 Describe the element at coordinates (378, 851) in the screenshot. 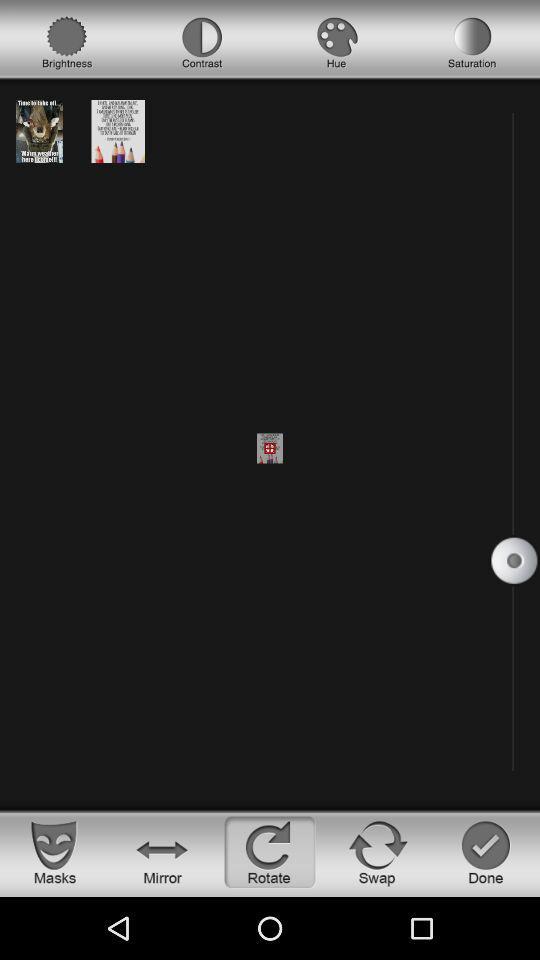

I see `swap the image` at that location.